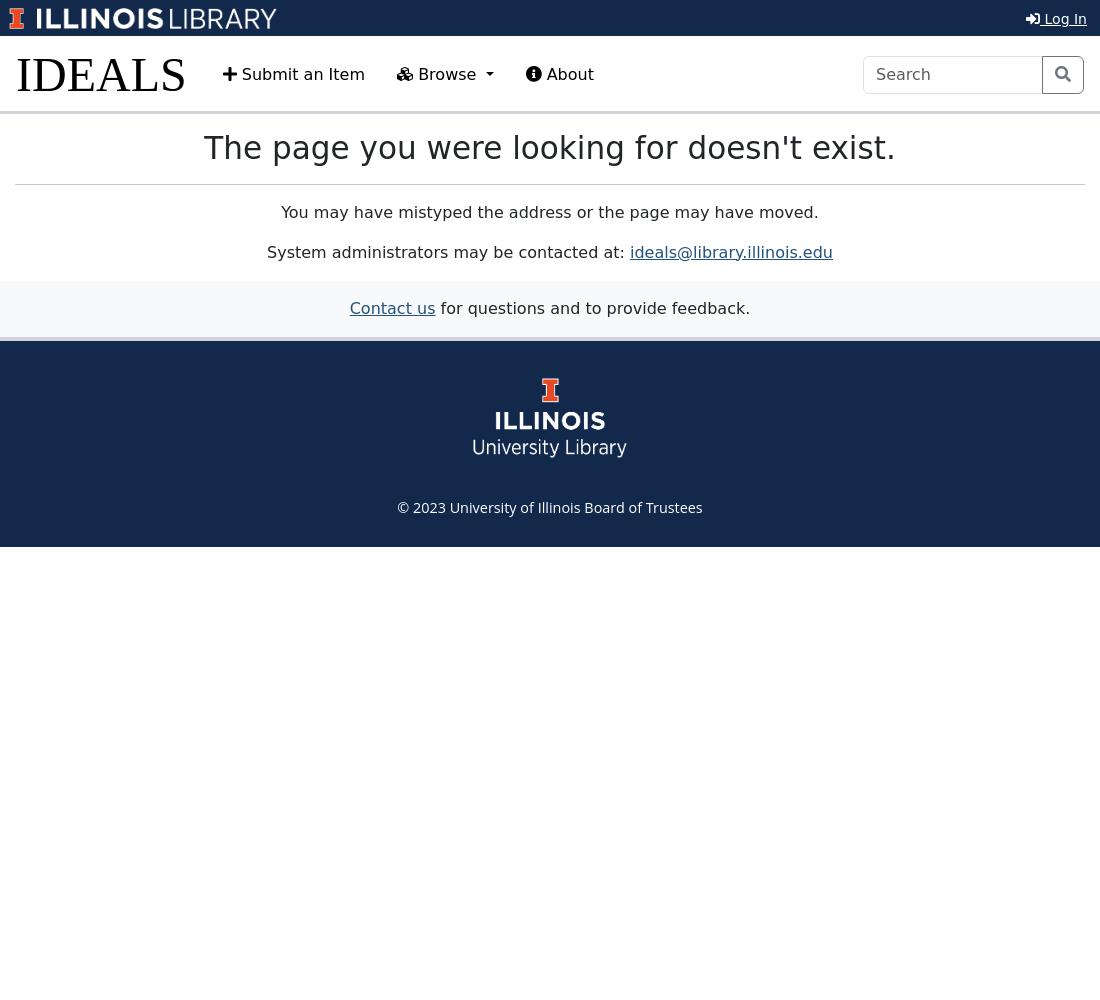 This screenshot has width=1100, height=1000. Describe the element at coordinates (392, 307) in the screenshot. I see `'Contact us'` at that location.